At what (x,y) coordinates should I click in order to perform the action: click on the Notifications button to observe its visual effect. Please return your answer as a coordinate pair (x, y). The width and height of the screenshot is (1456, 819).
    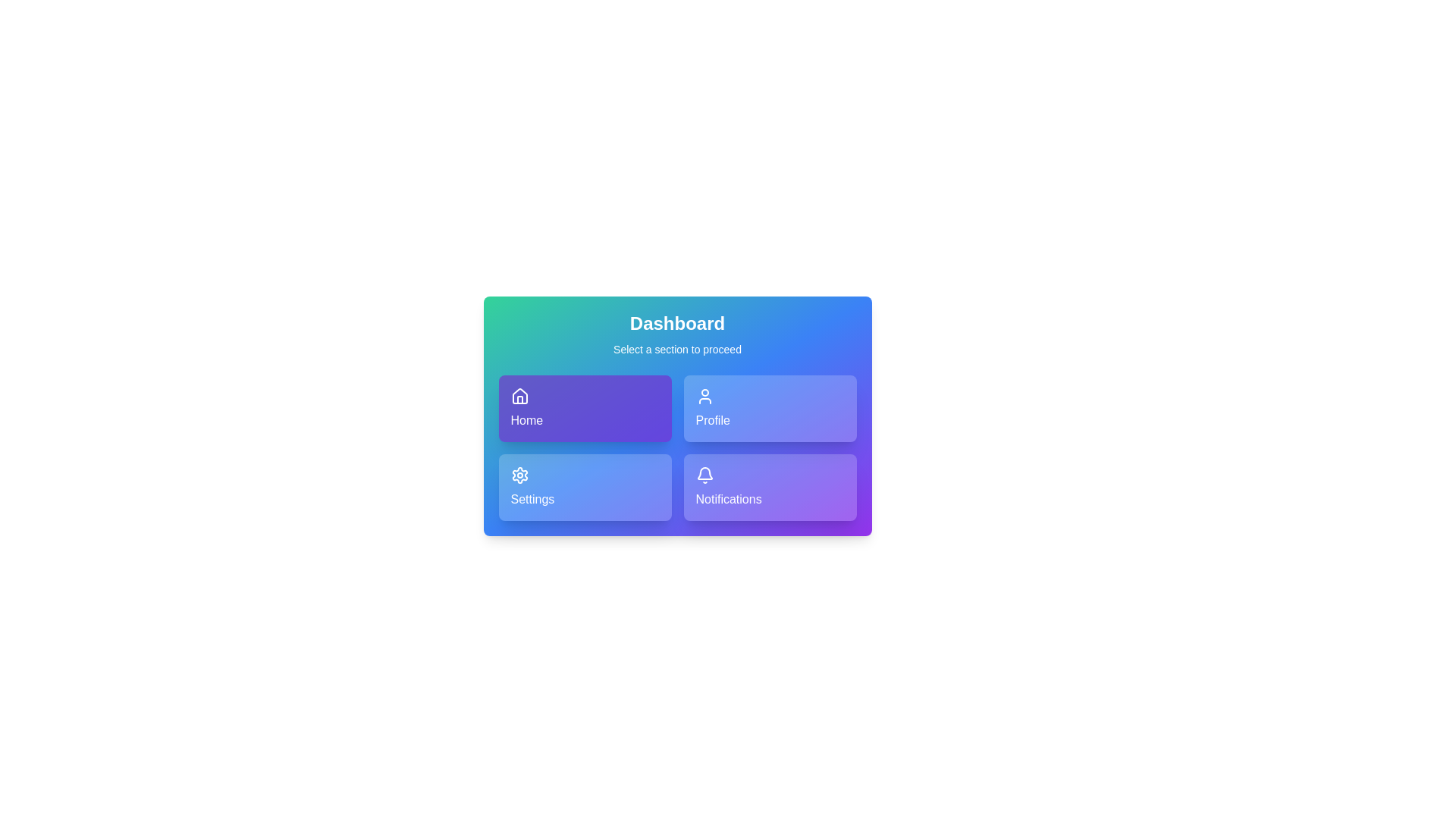
    Looking at the image, I should click on (770, 488).